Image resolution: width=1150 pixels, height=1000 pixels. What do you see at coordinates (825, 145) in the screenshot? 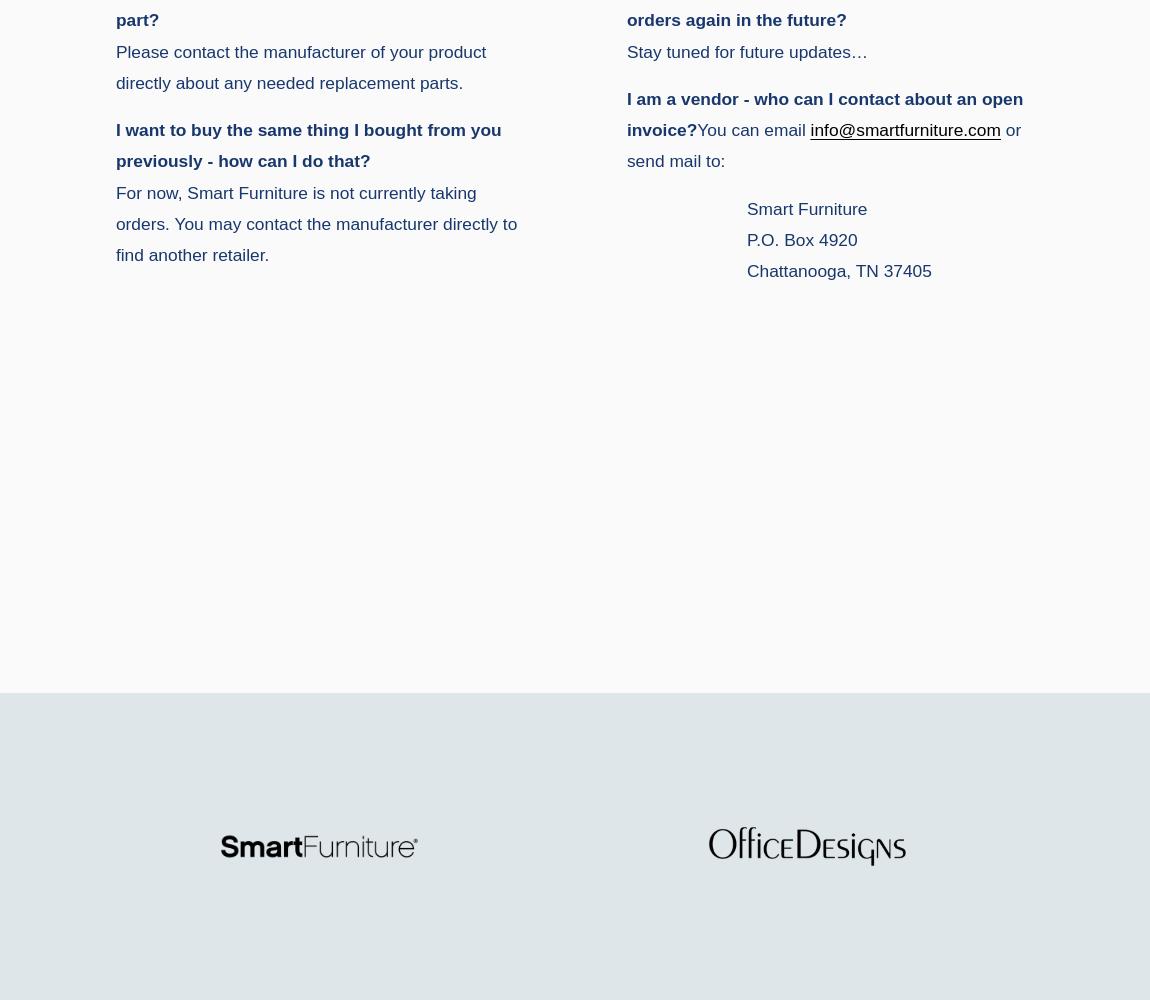
I see `'or send mail to:'` at bounding box center [825, 145].